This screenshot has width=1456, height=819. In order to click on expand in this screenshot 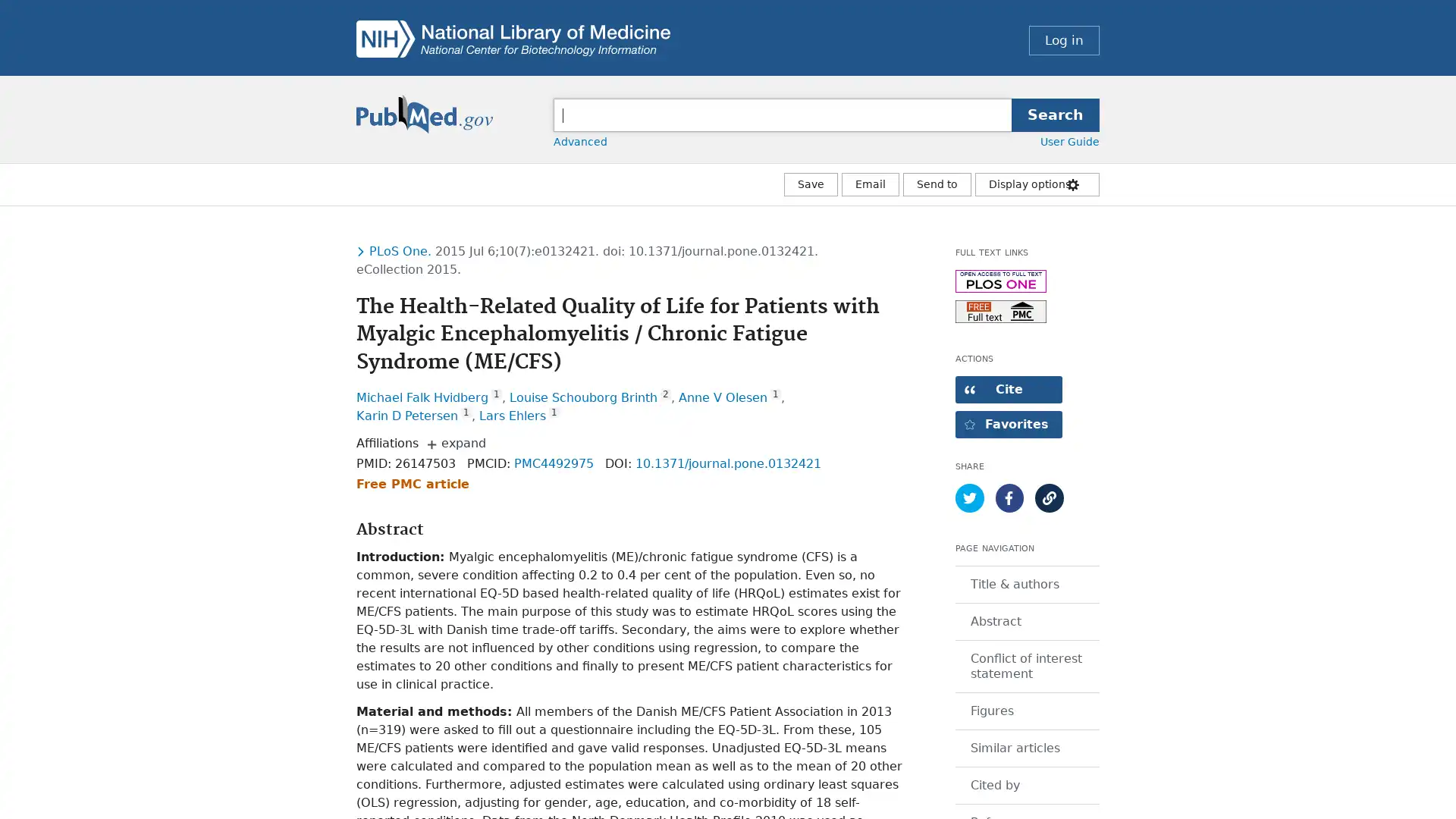, I will do `click(457, 444)`.